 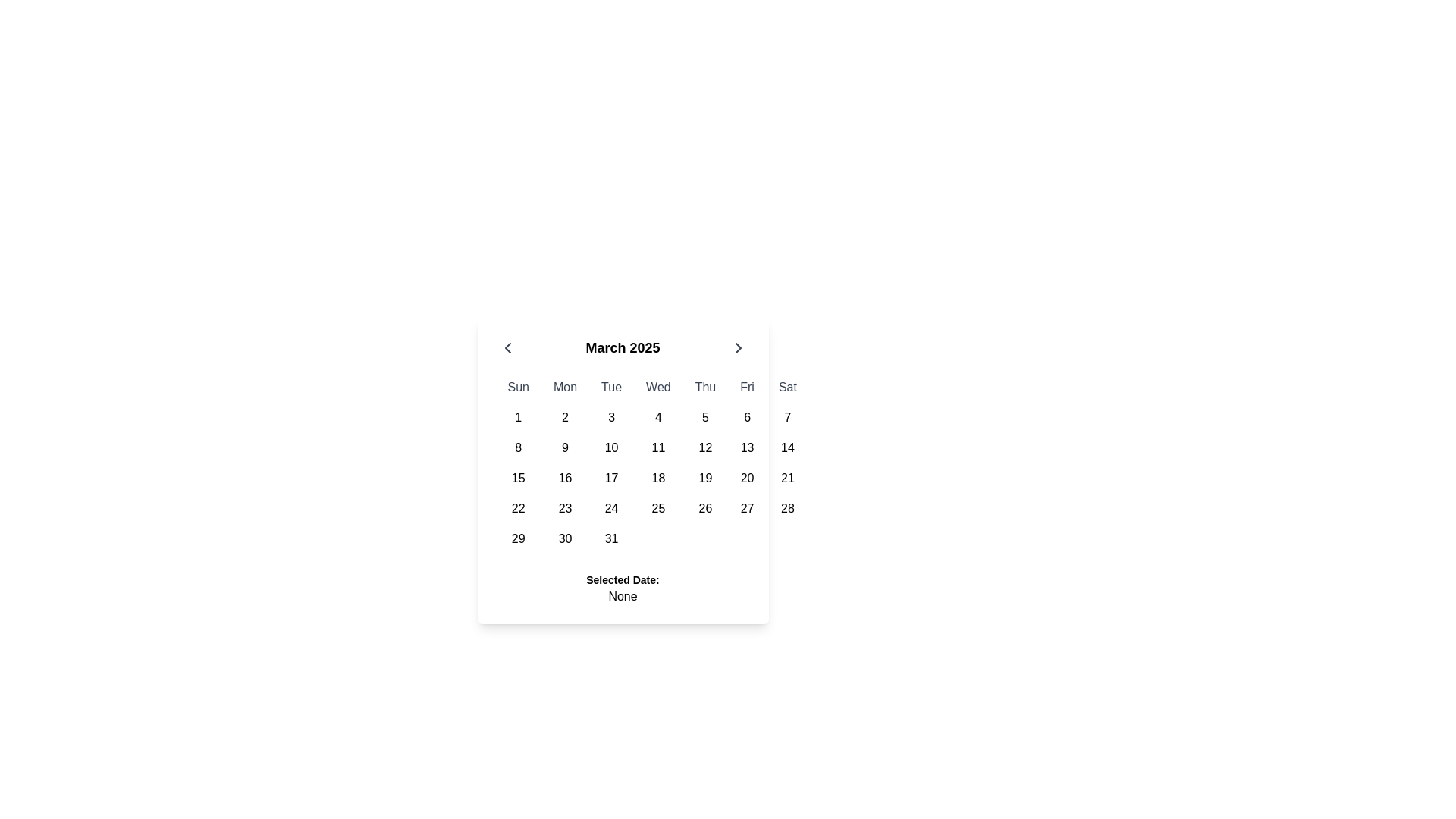 I want to click on the clickable date option displaying '16' in the second column of the third week of the March 2025 calendar, so click(x=564, y=479).